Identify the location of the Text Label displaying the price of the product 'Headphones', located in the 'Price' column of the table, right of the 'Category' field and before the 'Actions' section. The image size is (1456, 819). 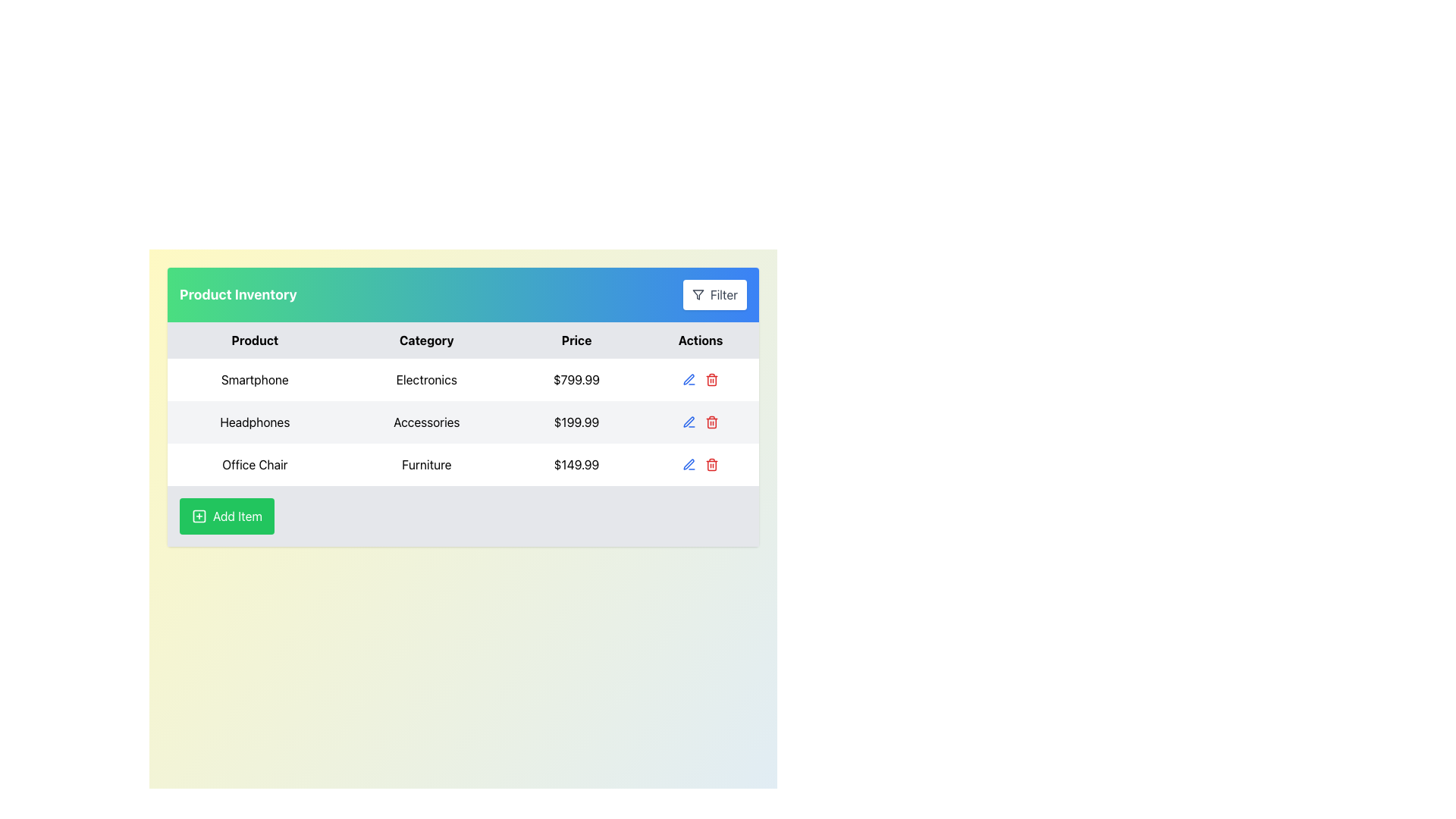
(576, 422).